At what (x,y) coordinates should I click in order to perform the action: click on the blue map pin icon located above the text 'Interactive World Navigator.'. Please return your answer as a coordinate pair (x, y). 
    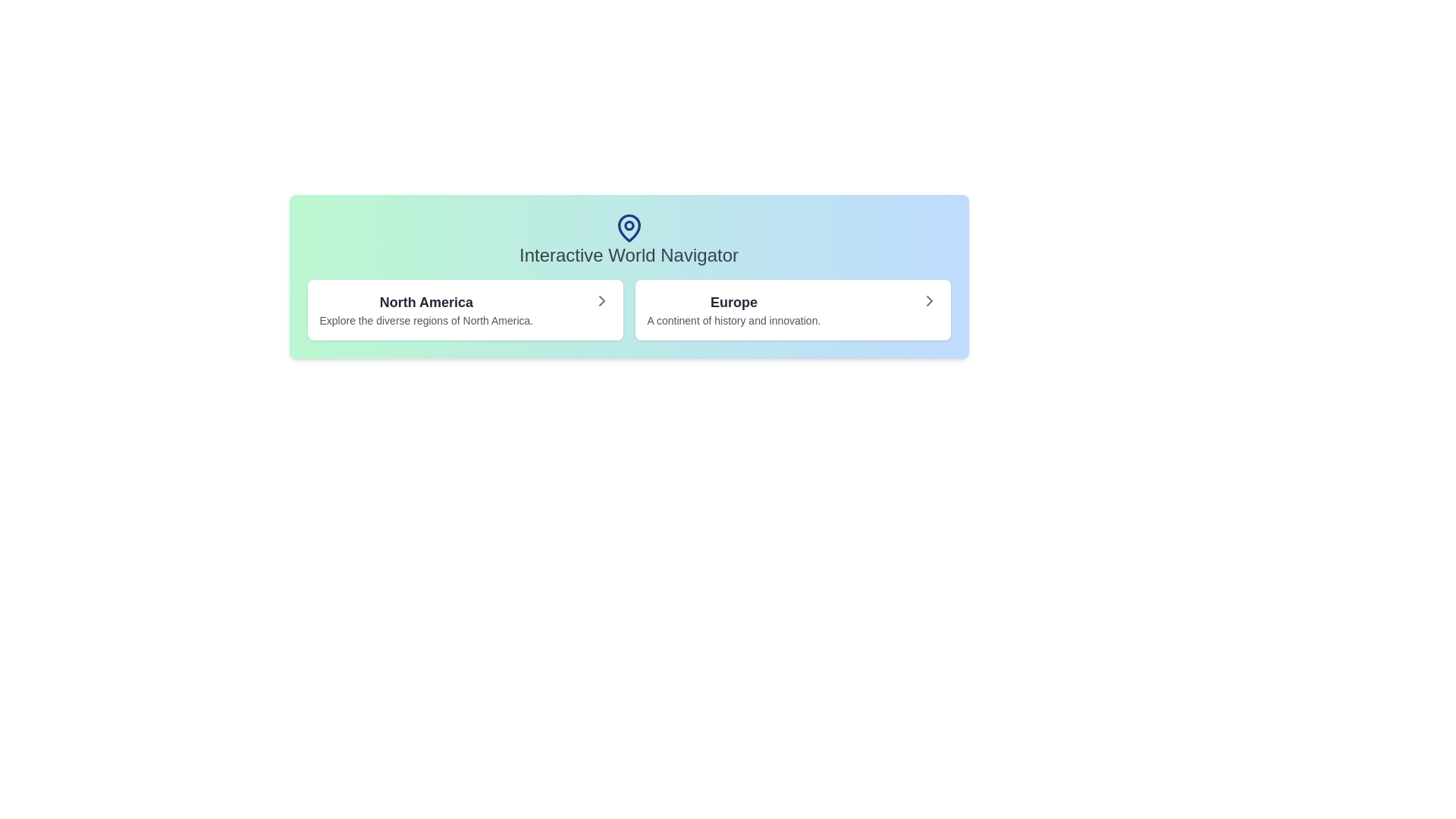
    Looking at the image, I should click on (629, 227).